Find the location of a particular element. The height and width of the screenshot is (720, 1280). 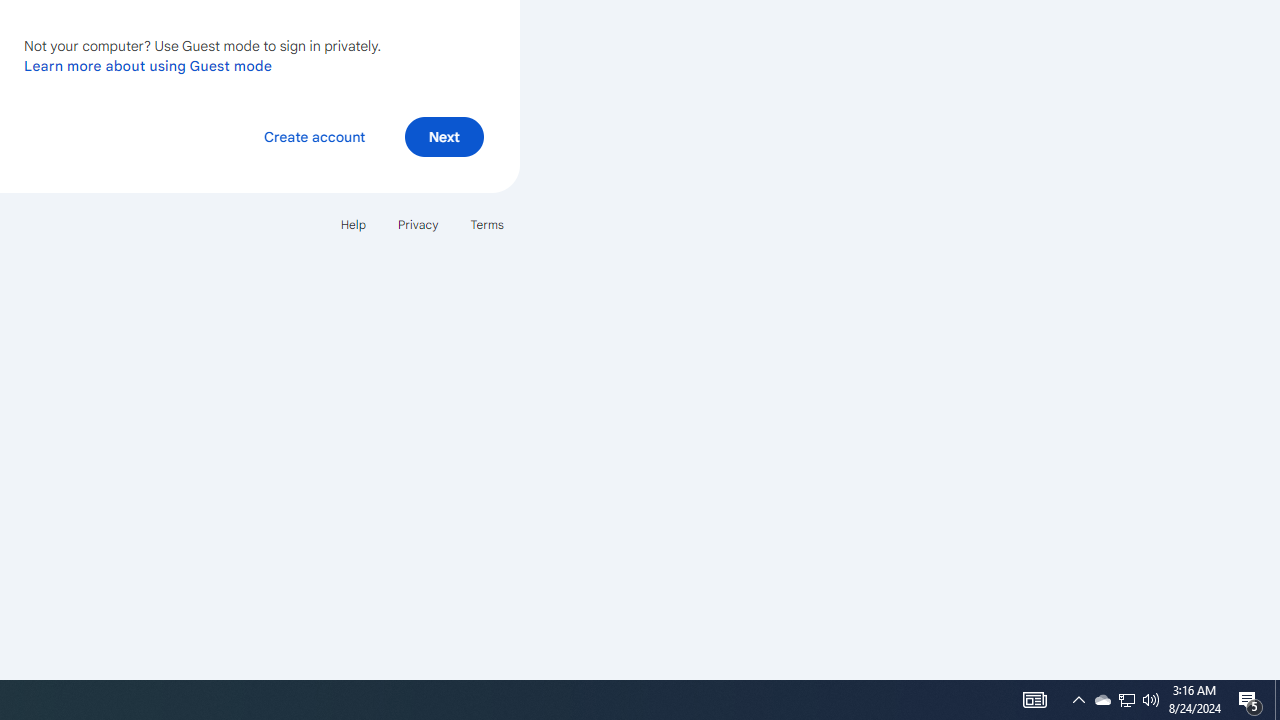

'Learn more about using Guest mode' is located at coordinates (147, 64).